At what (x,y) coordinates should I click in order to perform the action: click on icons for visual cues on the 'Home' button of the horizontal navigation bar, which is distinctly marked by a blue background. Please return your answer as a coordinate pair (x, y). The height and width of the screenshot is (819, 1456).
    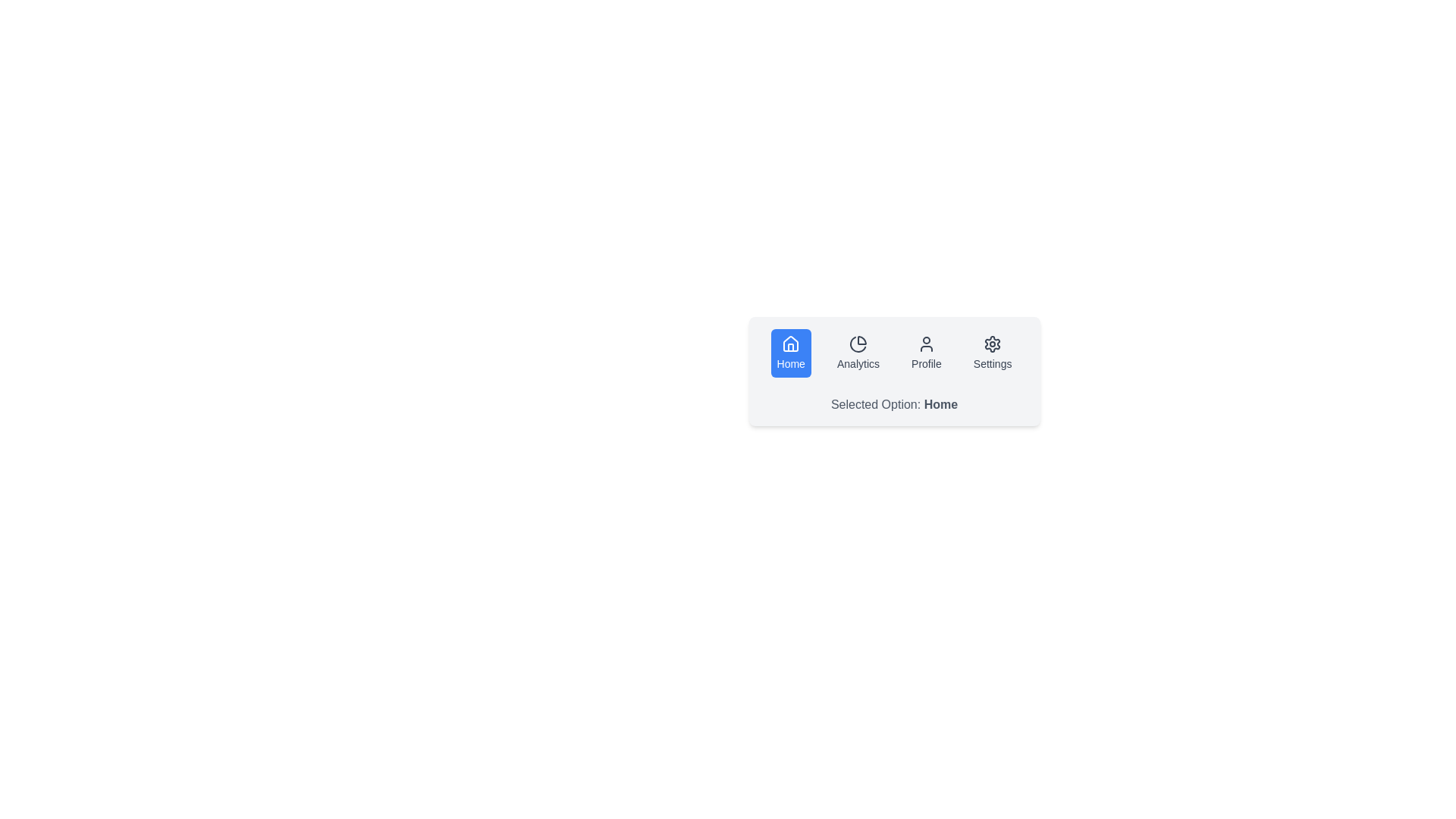
    Looking at the image, I should click on (894, 353).